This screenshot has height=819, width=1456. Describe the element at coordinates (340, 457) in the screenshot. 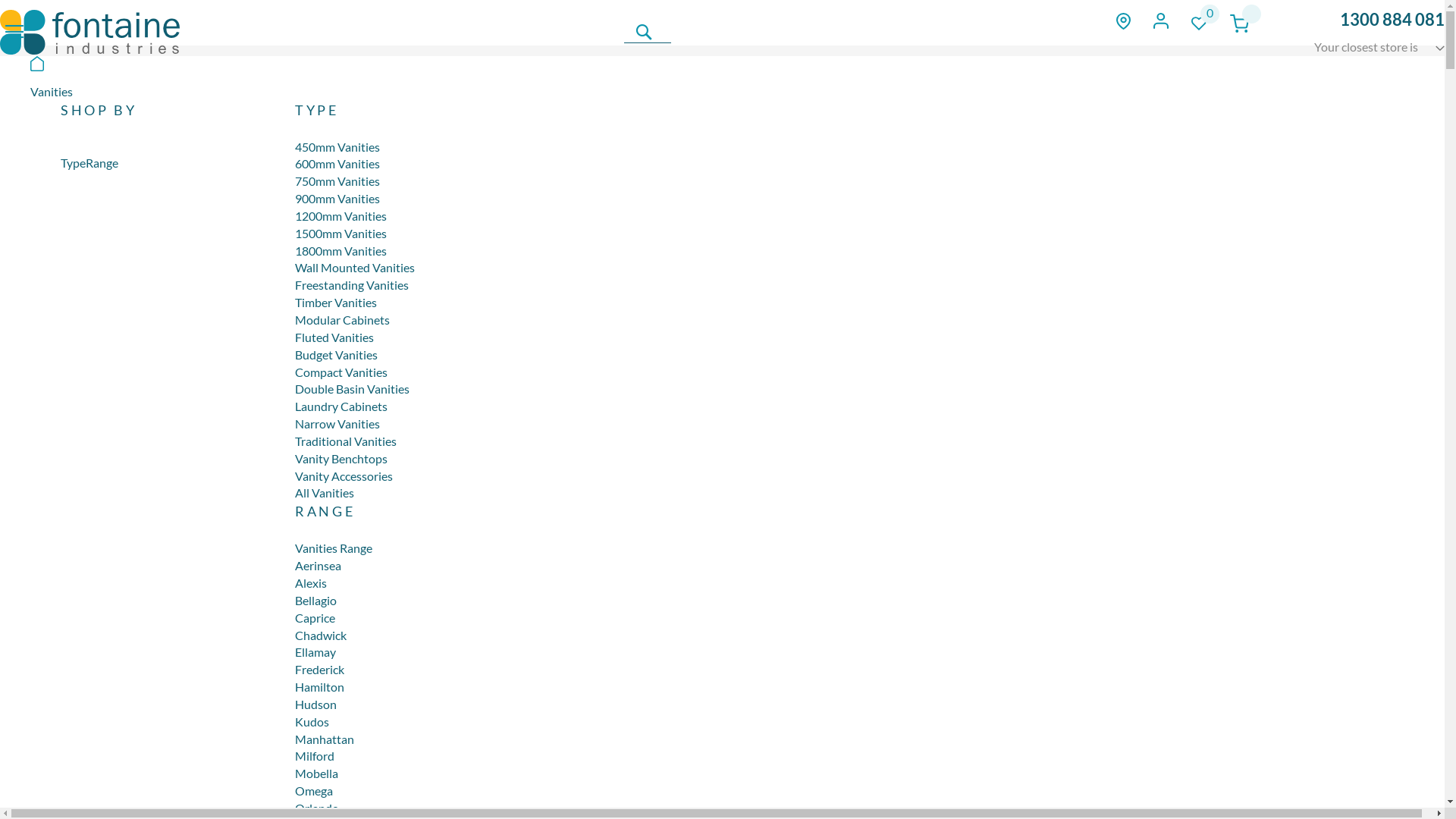

I see `'Vanity Benchtops'` at that location.